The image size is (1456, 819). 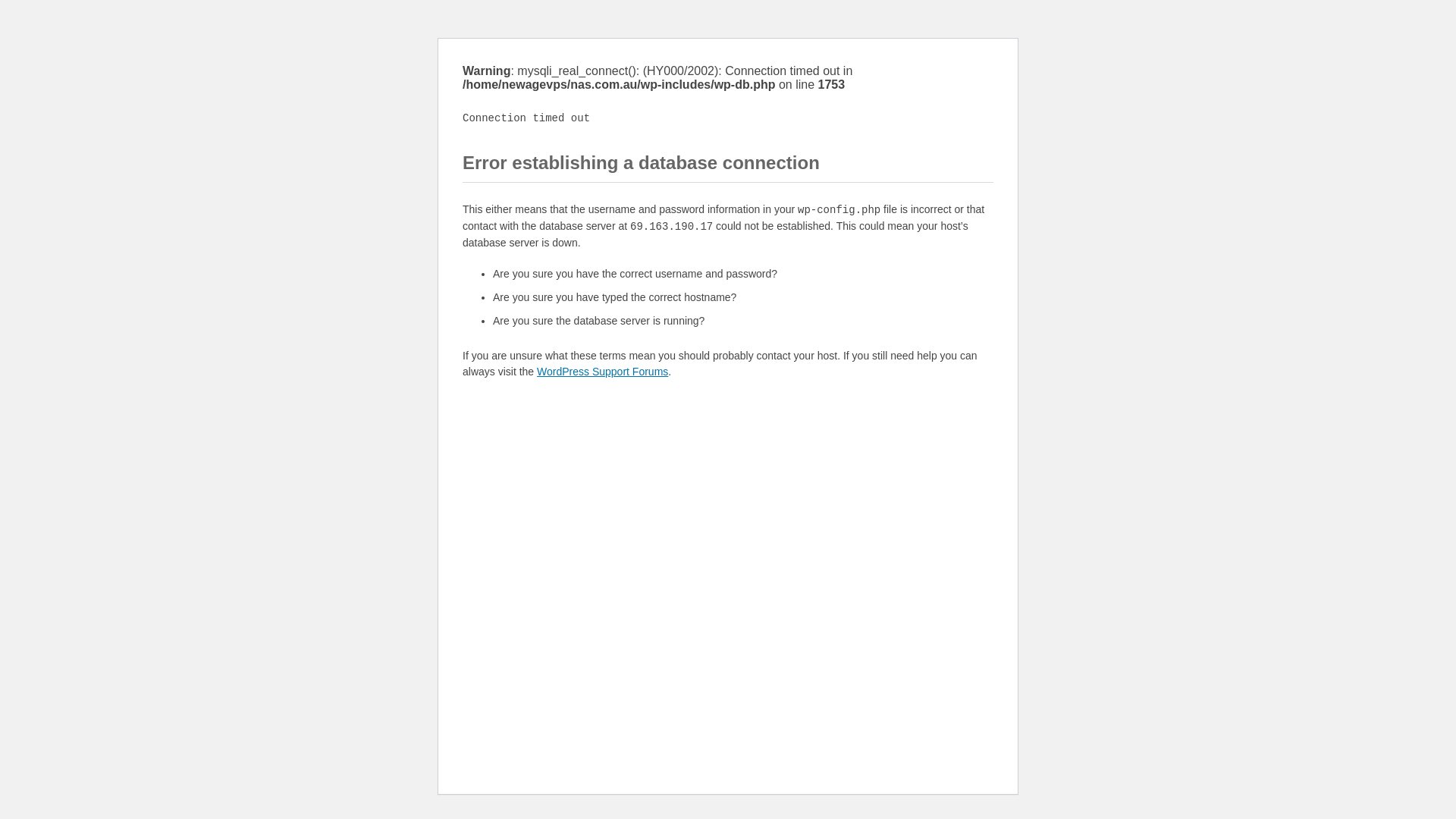 What do you see at coordinates (601, 371) in the screenshot?
I see `'WordPress Support Forums'` at bounding box center [601, 371].